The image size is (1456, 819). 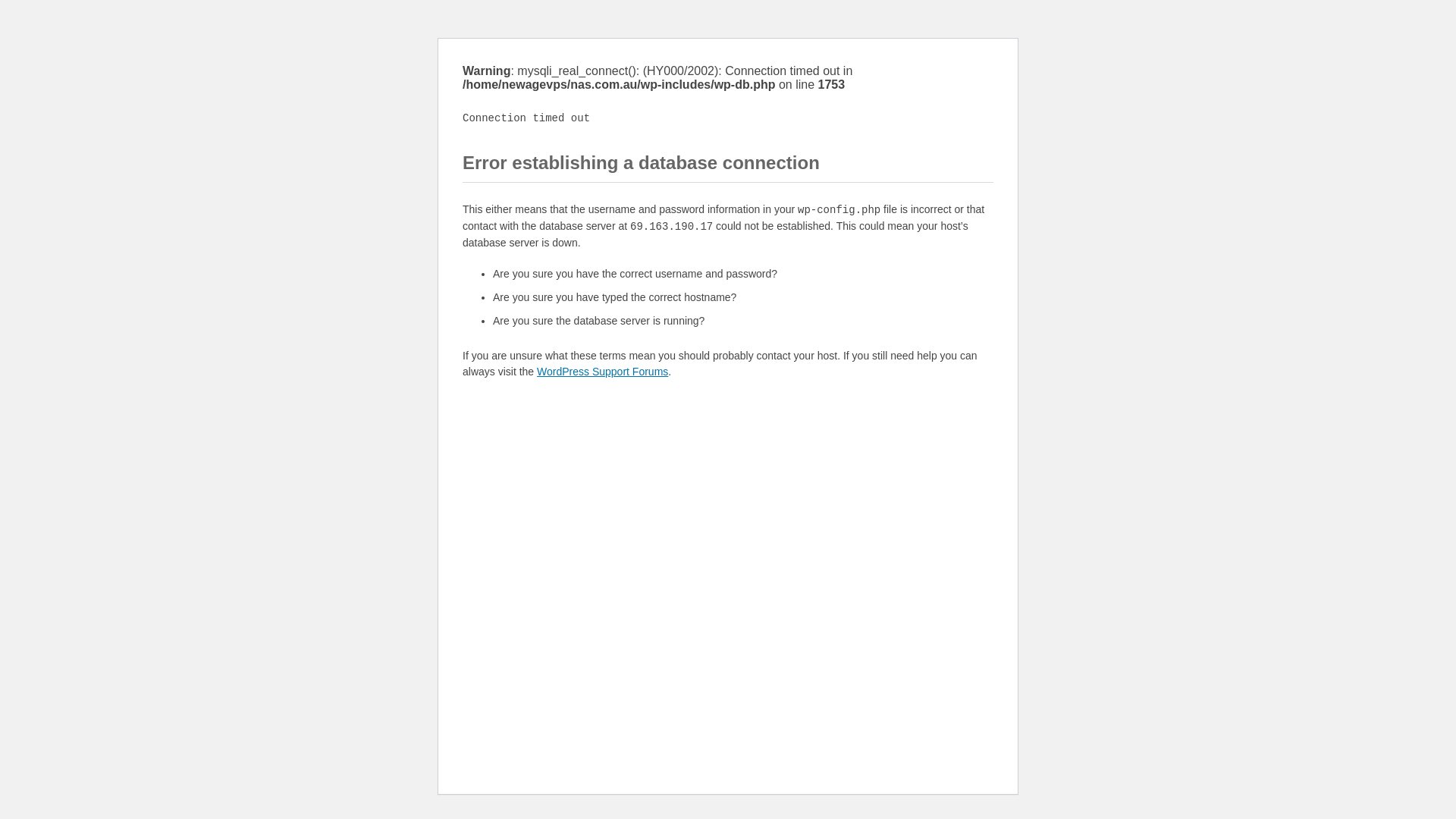 What do you see at coordinates (601, 371) in the screenshot?
I see `'WordPress Support Forums'` at bounding box center [601, 371].